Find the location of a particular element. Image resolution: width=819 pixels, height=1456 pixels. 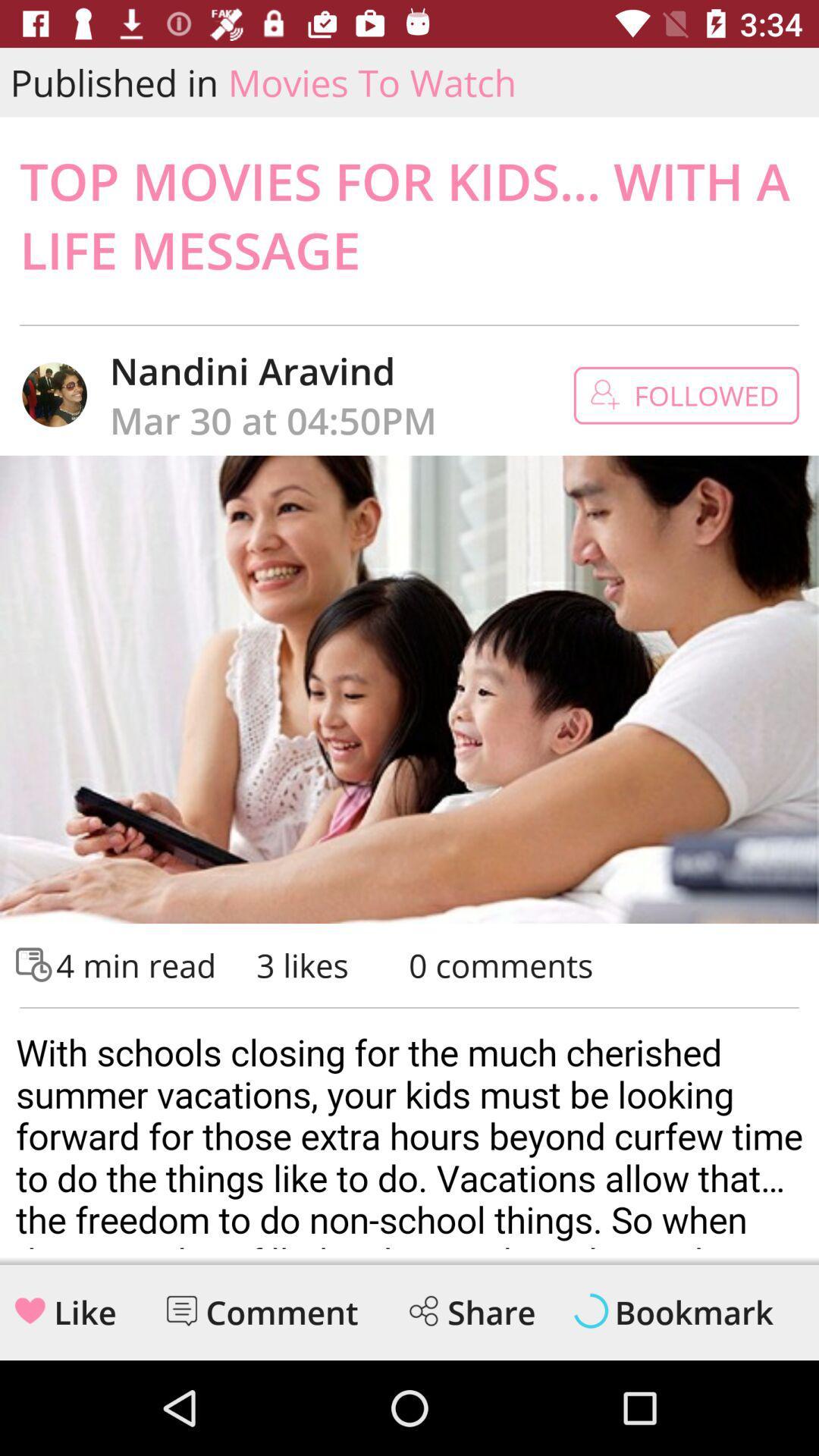

text display screen is located at coordinates (409, 1134).